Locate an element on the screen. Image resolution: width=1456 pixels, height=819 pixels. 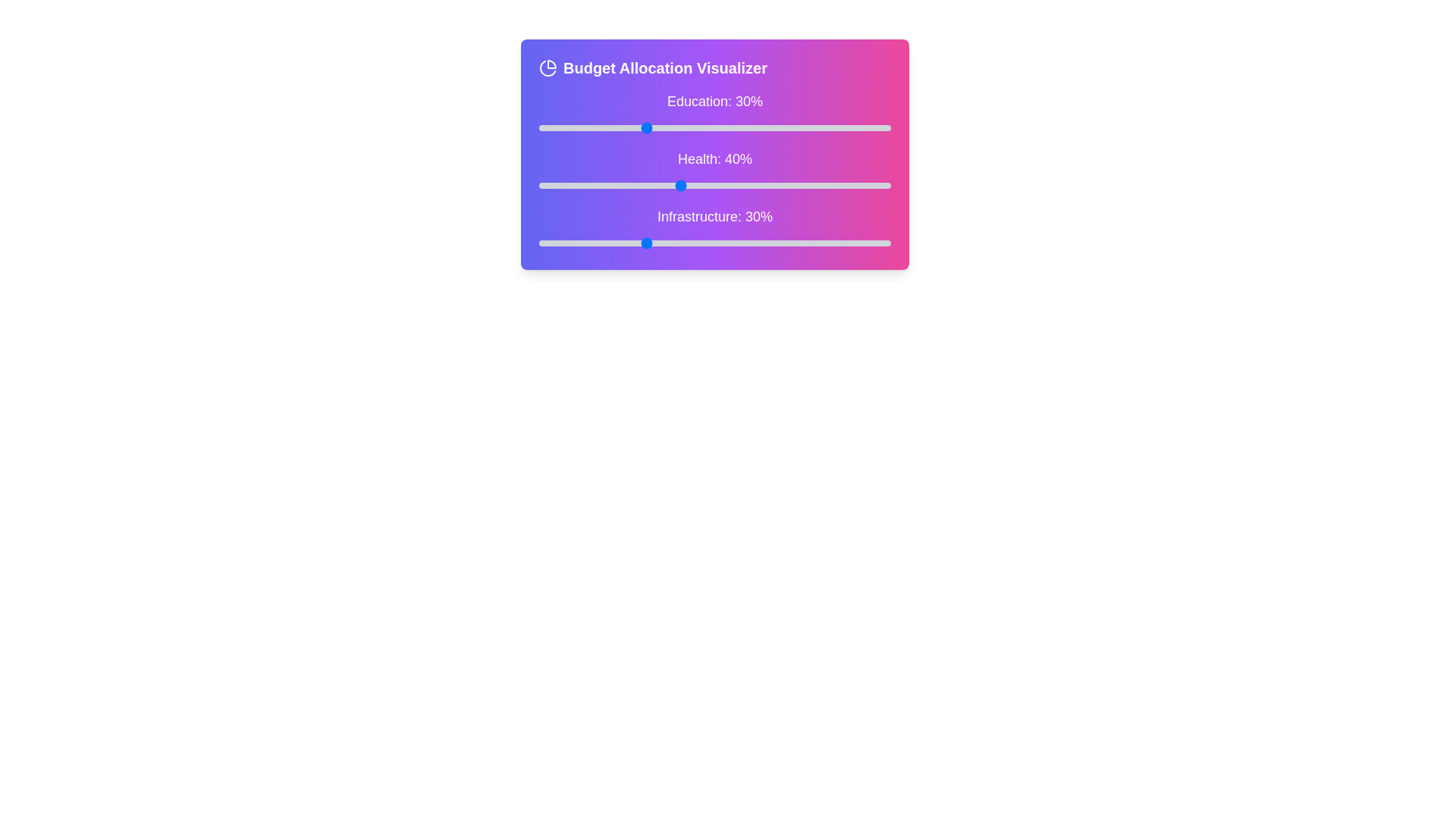
the Education budget is located at coordinates (802, 127).